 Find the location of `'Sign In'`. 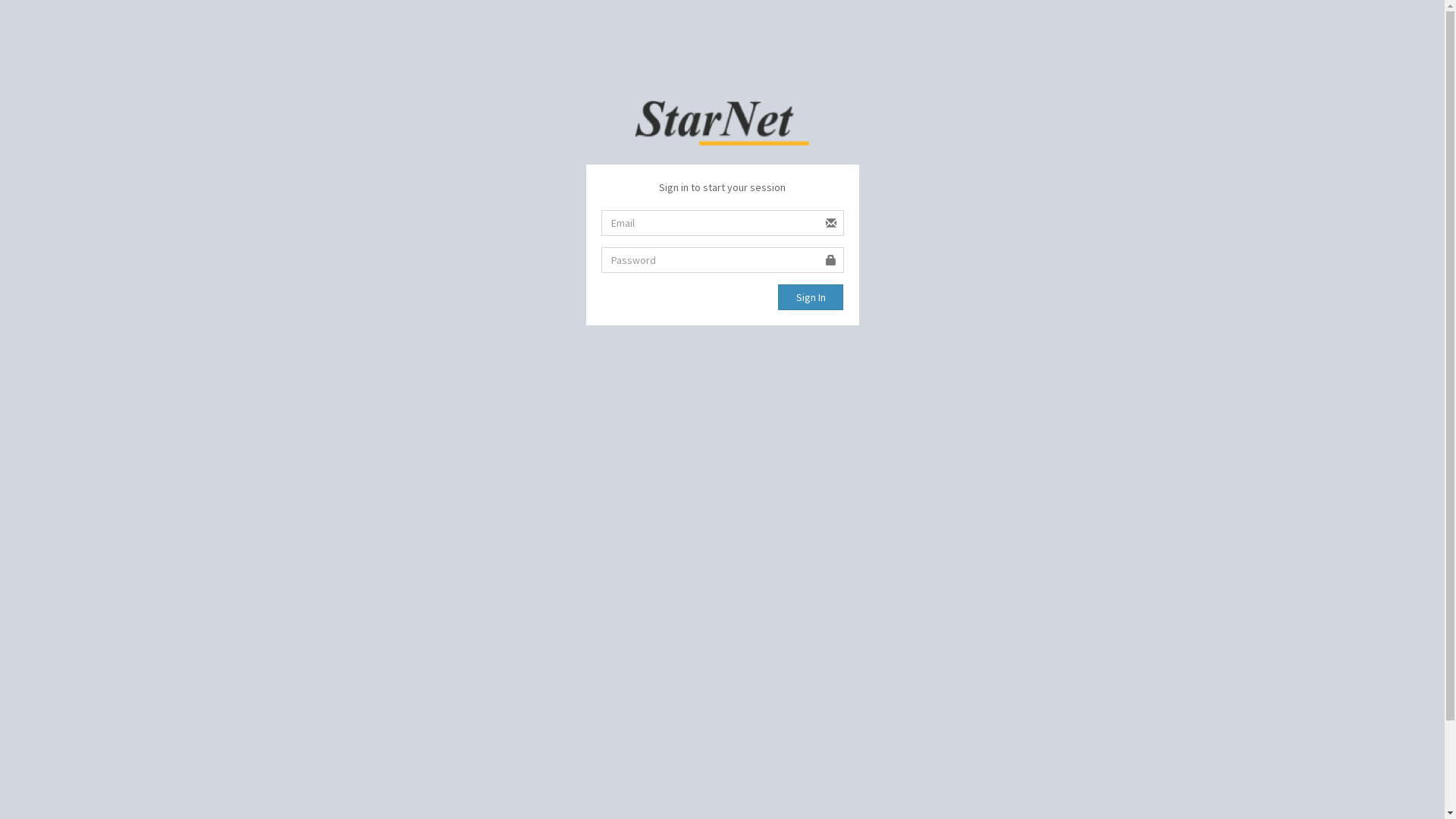

'Sign In' is located at coordinates (810, 297).